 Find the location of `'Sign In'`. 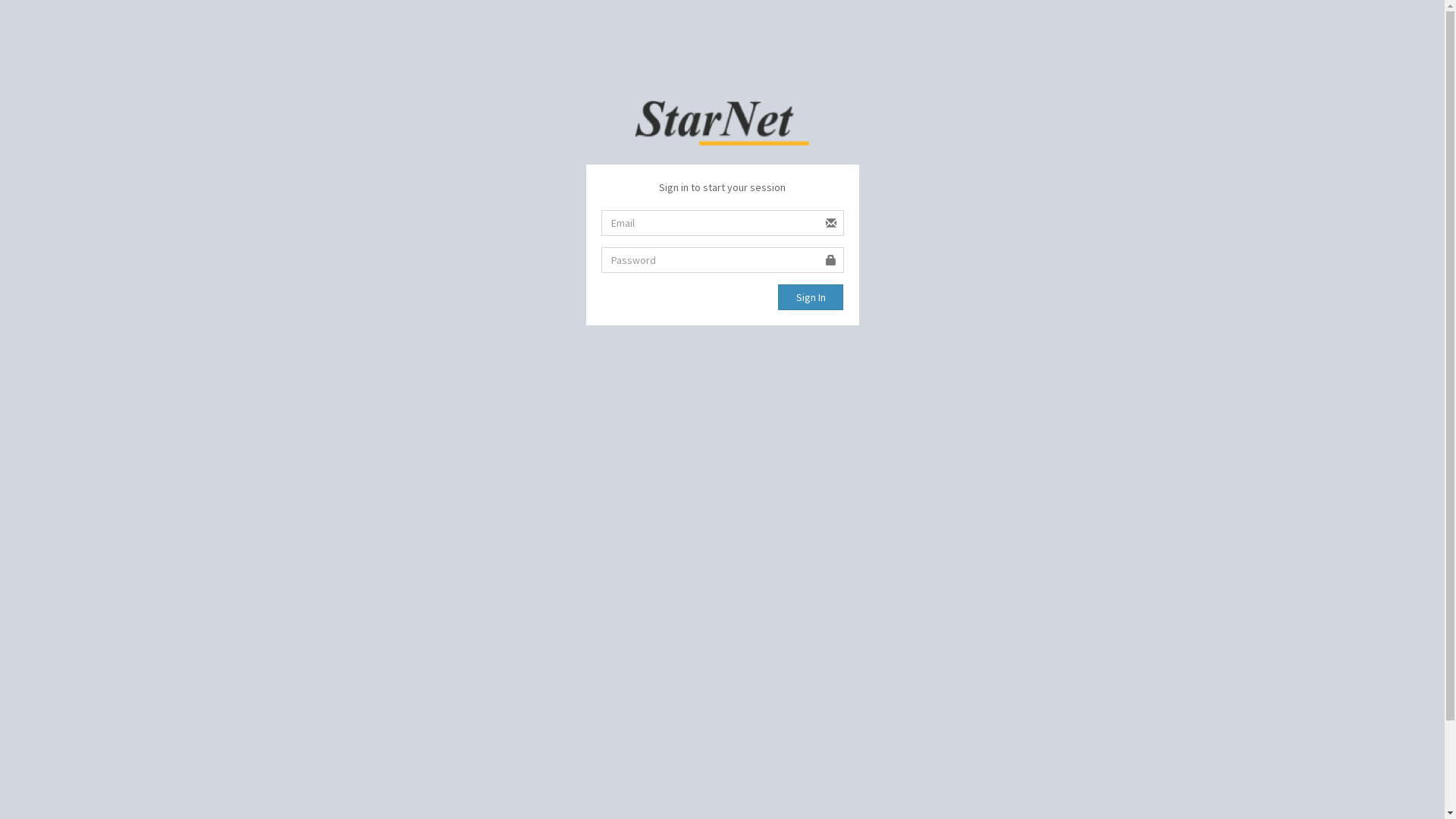

'Sign In' is located at coordinates (810, 297).